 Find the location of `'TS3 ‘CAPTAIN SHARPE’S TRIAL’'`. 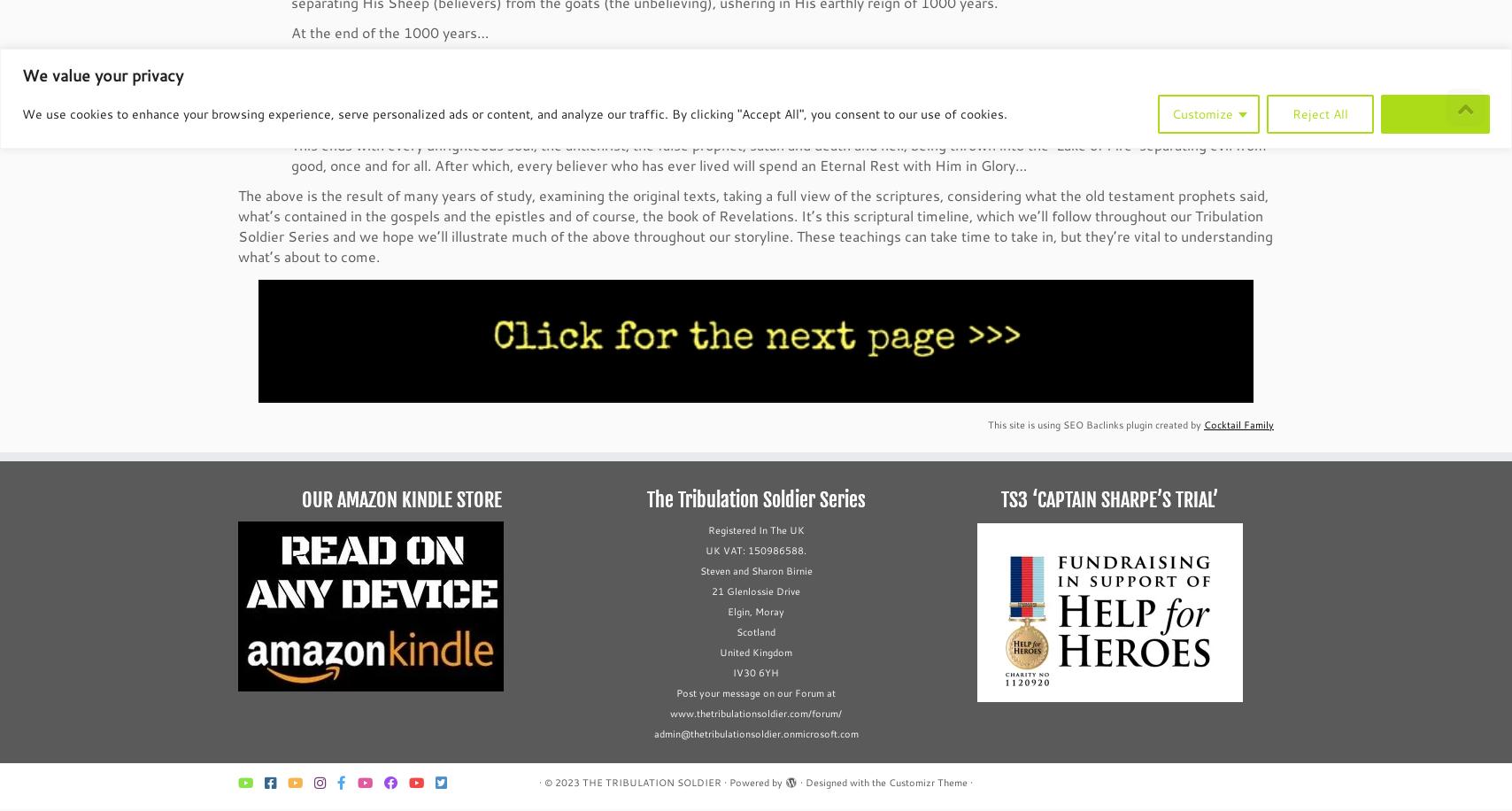

'TS3 ‘CAPTAIN SHARPE’S TRIAL’' is located at coordinates (1001, 500).